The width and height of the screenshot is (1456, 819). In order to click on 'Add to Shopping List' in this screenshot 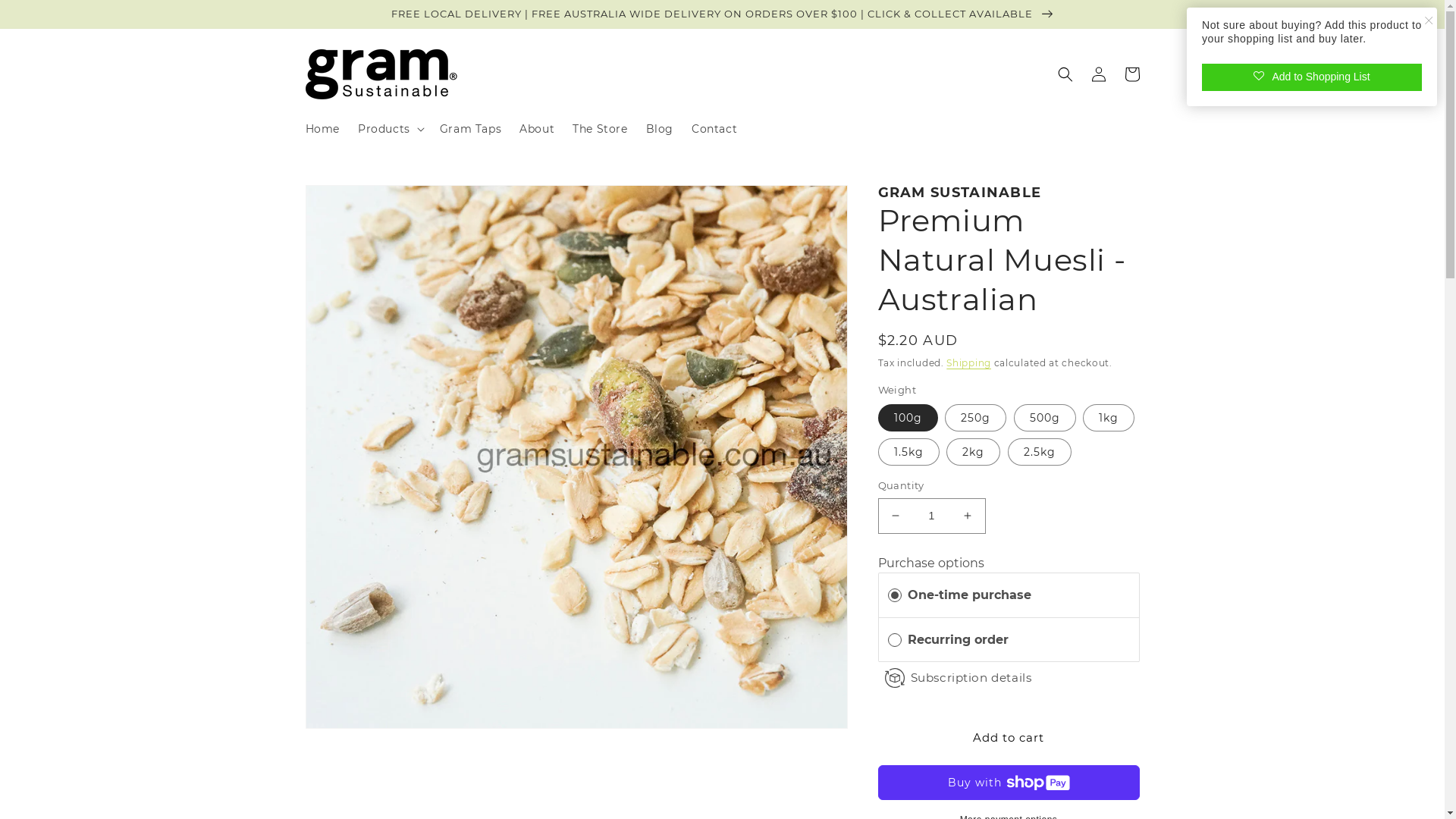, I will do `click(1310, 77)`.